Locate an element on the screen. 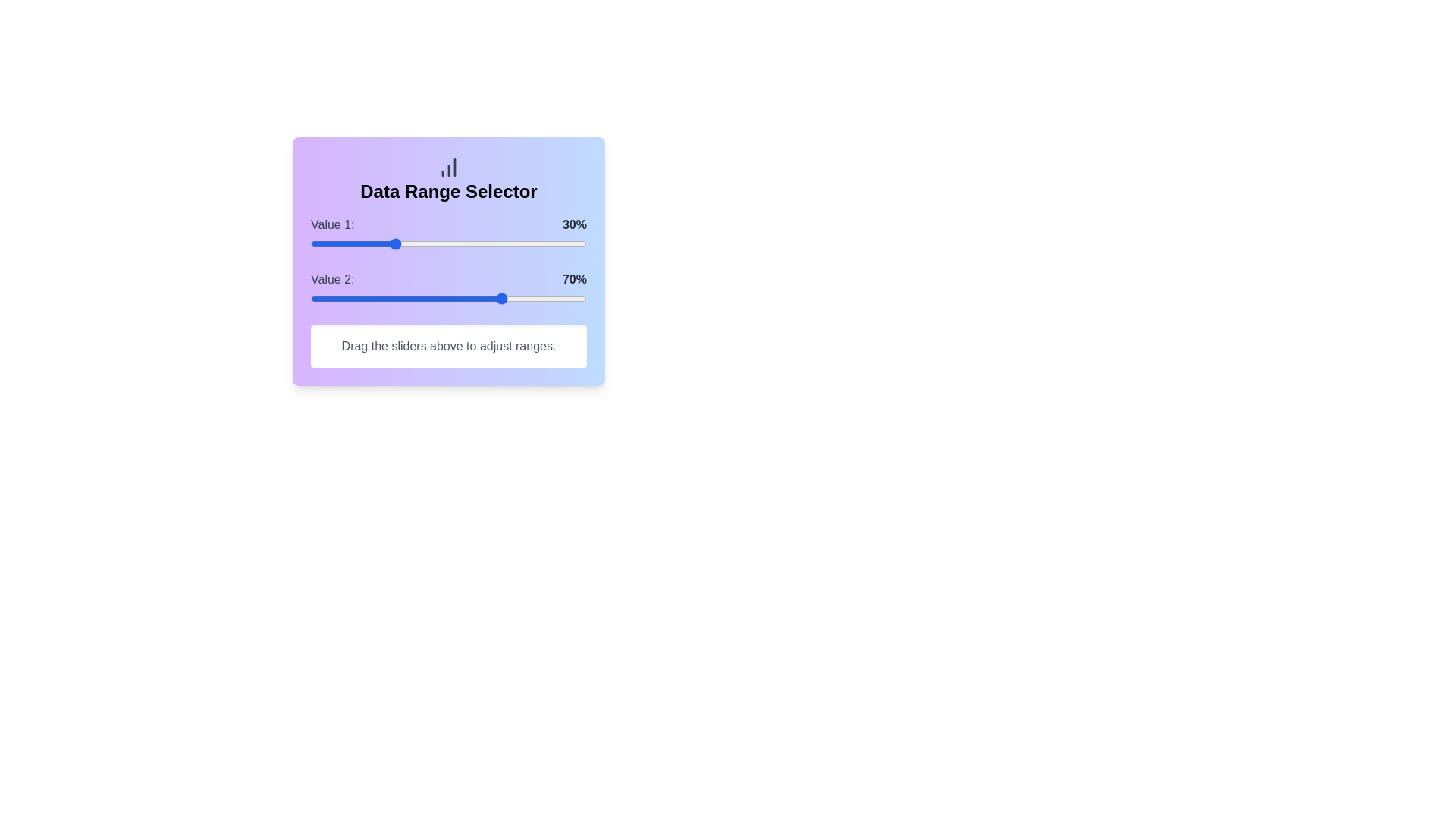 The width and height of the screenshot is (1456, 819). the slider for Value 1 to set its percentage to 66 is located at coordinates (493, 243).